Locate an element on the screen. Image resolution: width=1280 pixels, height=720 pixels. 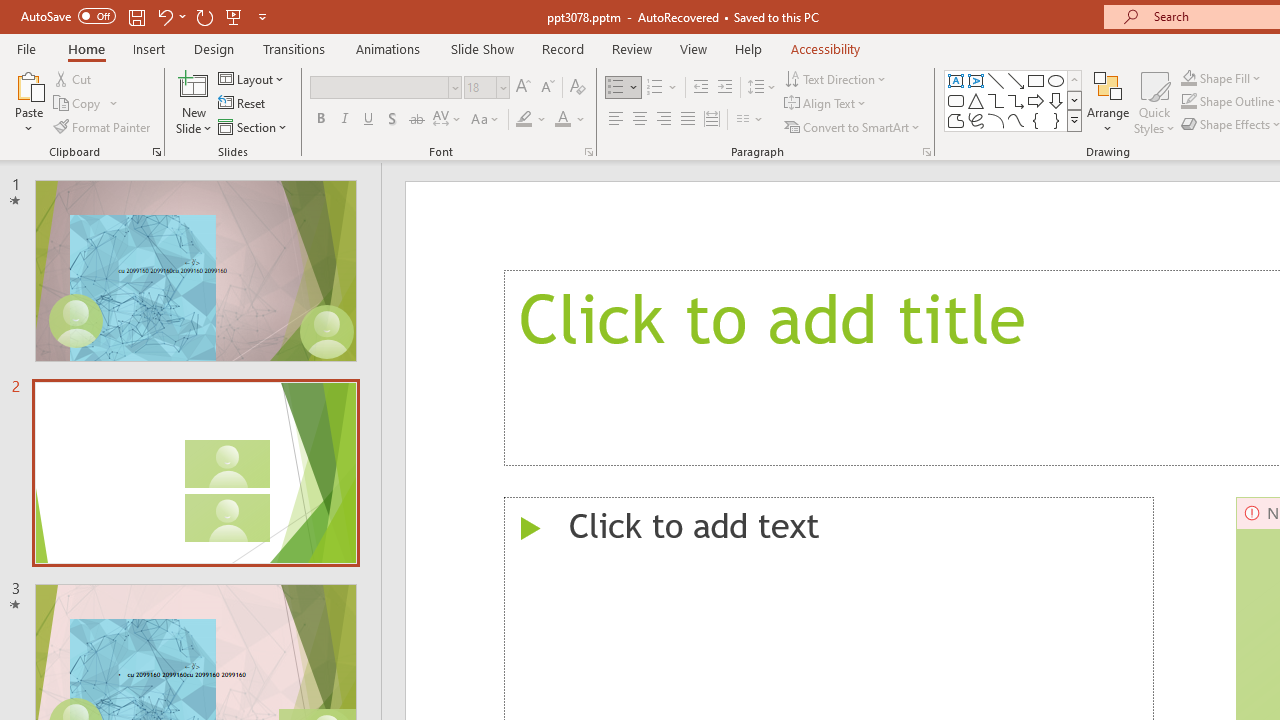
'Vertical Text Box' is located at coordinates (976, 80).